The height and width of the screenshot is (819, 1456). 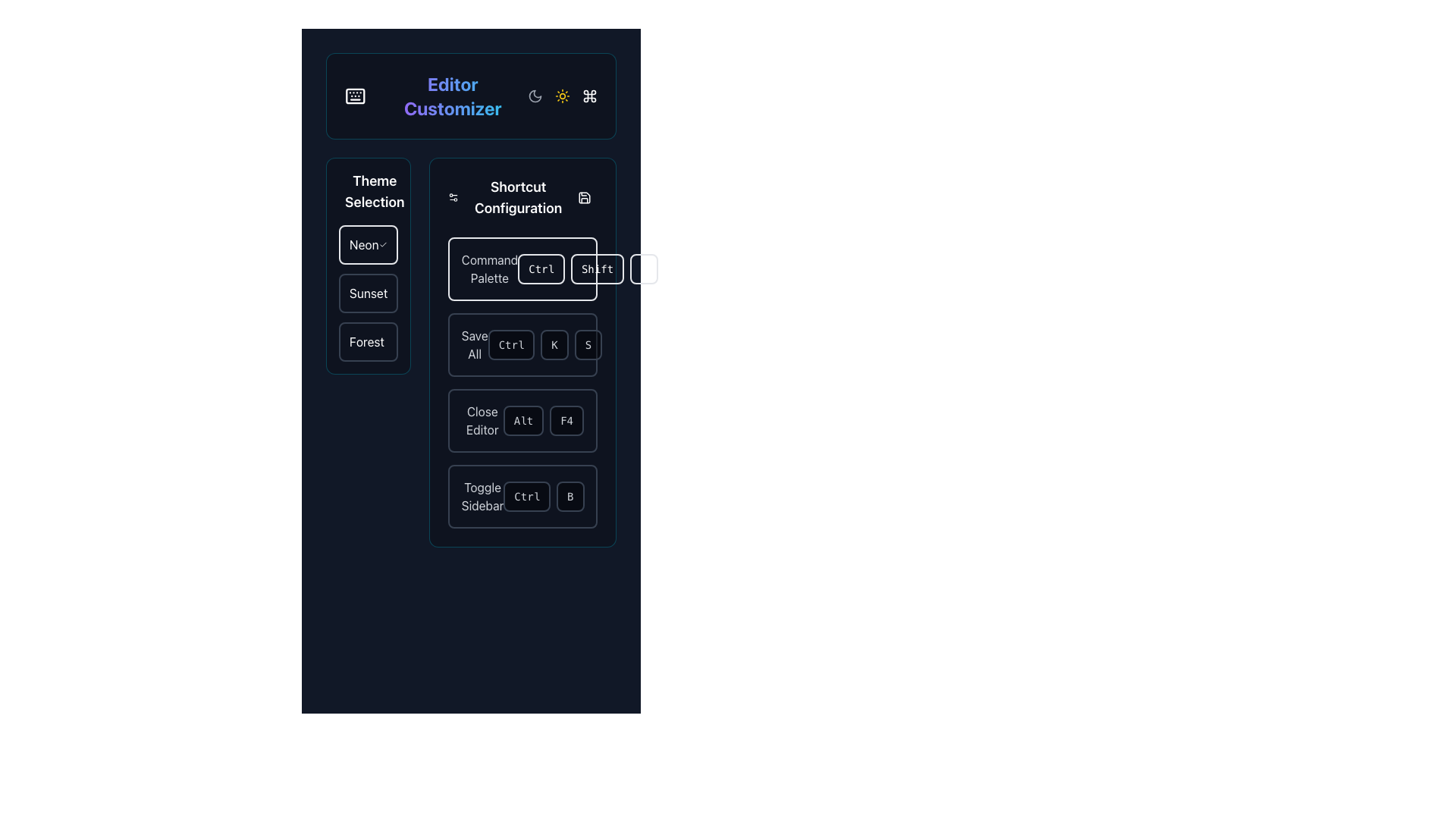 I want to click on the text label indicating the shortcut combination 'Ctrl + K + S' for the 'Save All' functionality, located in the second row of the 'Shortcut Configuration' section, so click(x=474, y=345).